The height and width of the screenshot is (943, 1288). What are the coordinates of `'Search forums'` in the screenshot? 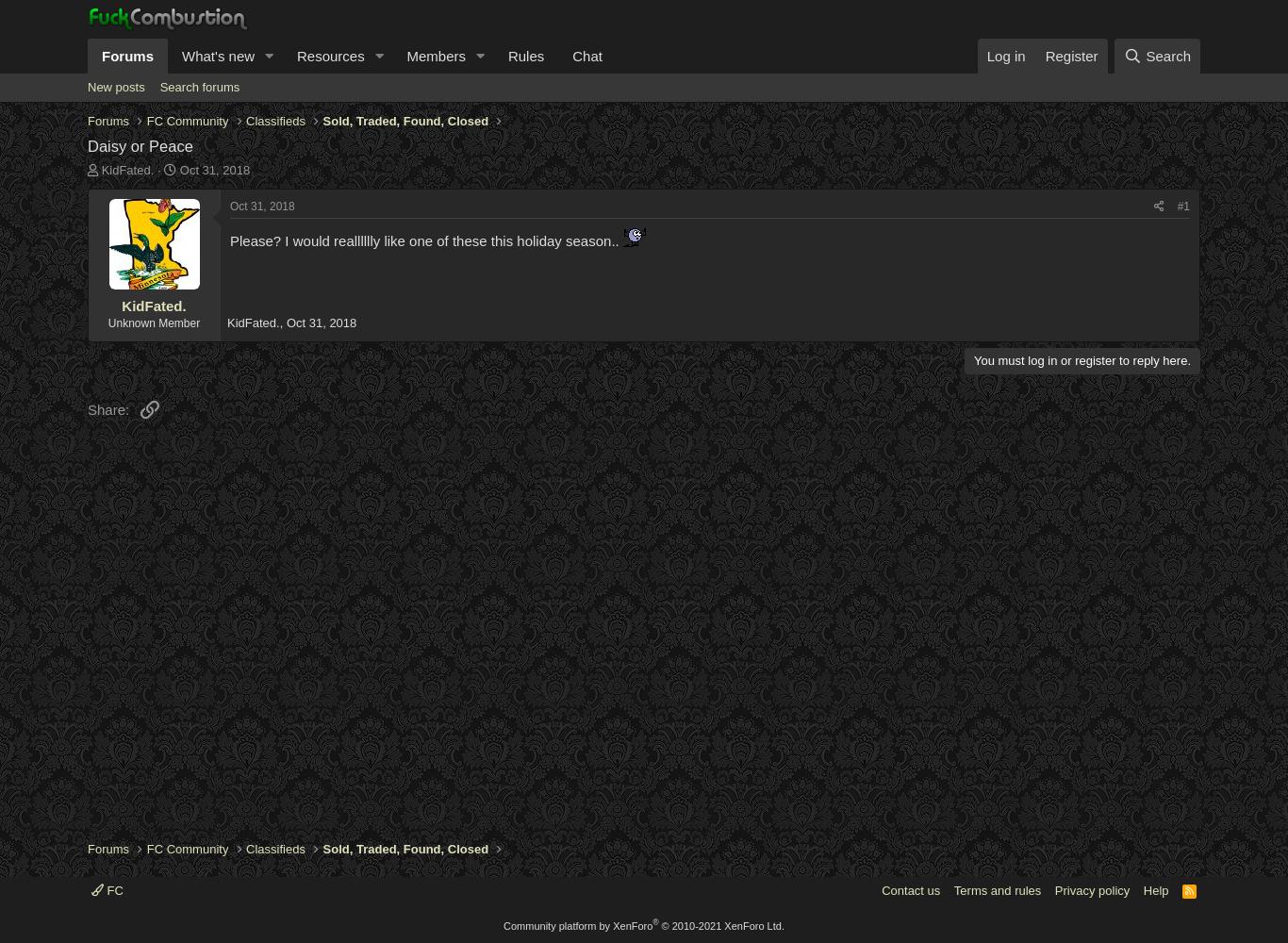 It's located at (198, 86).